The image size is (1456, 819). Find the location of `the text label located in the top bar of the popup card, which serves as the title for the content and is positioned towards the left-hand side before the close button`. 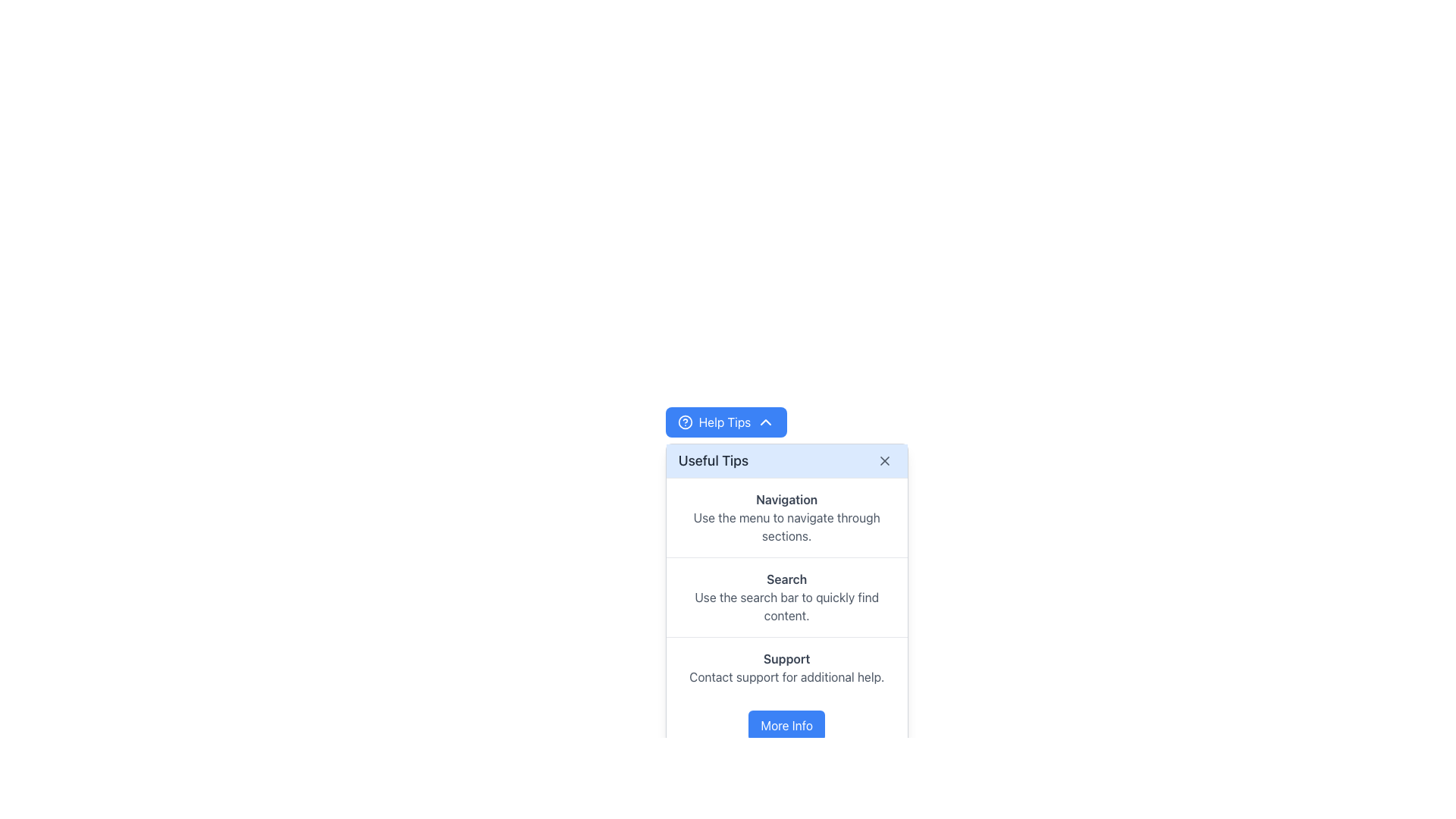

the text label located in the top bar of the popup card, which serves as the title for the content and is positioned towards the left-hand side before the close button is located at coordinates (712, 460).